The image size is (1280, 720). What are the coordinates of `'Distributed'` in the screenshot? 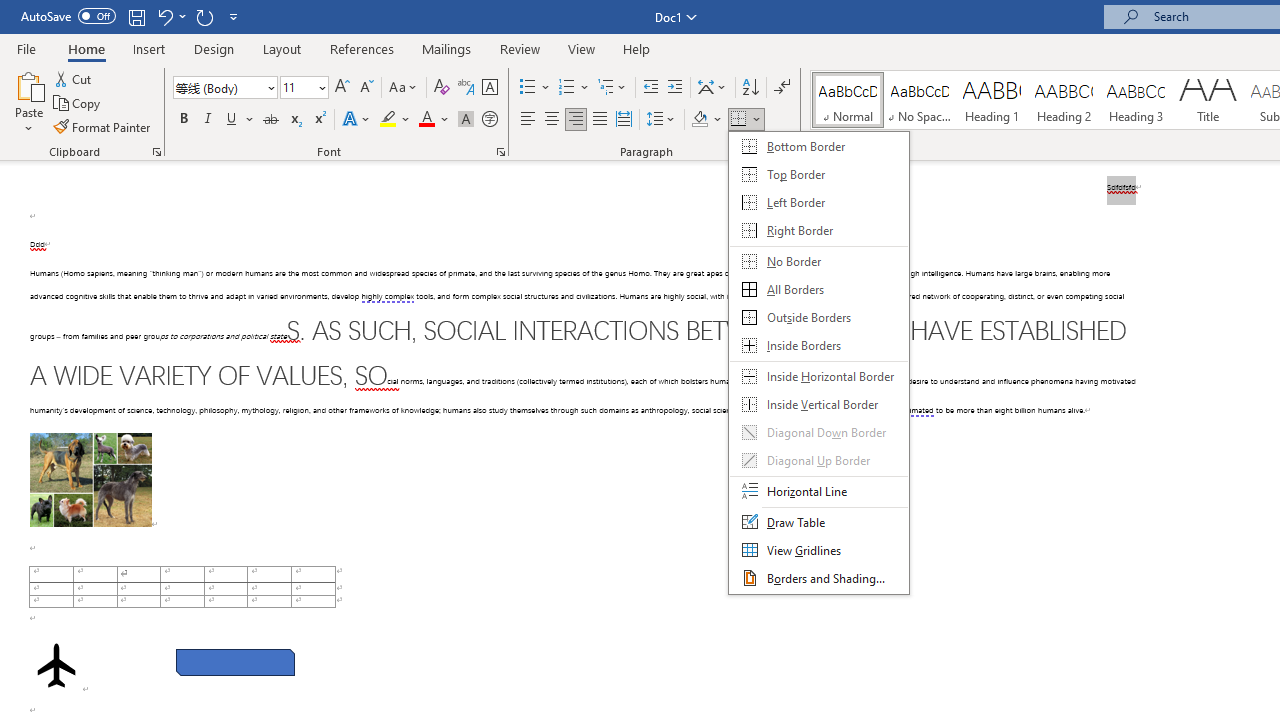 It's located at (623, 119).